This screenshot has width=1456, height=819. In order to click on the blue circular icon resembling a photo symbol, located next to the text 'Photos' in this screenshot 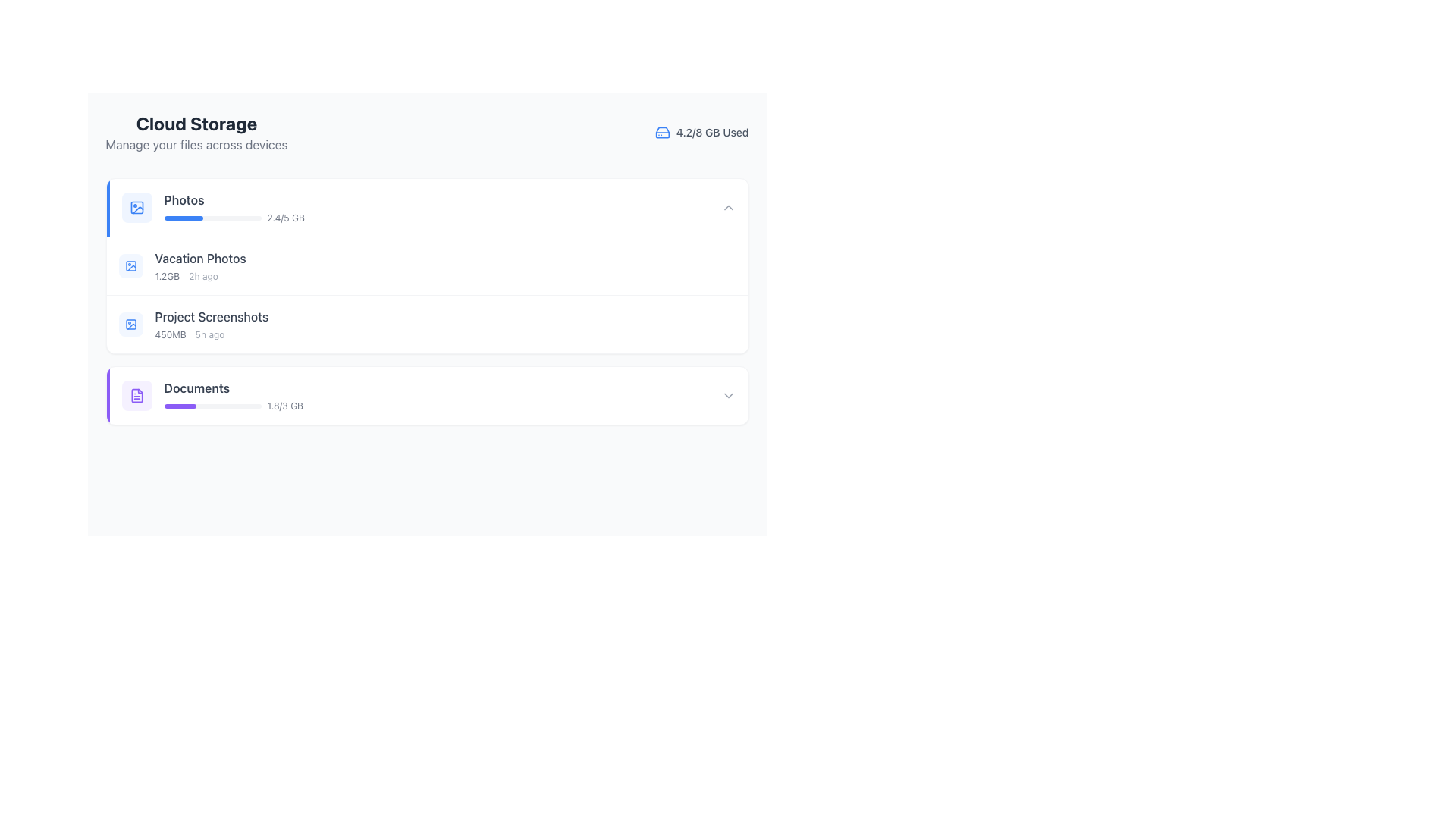, I will do `click(136, 207)`.